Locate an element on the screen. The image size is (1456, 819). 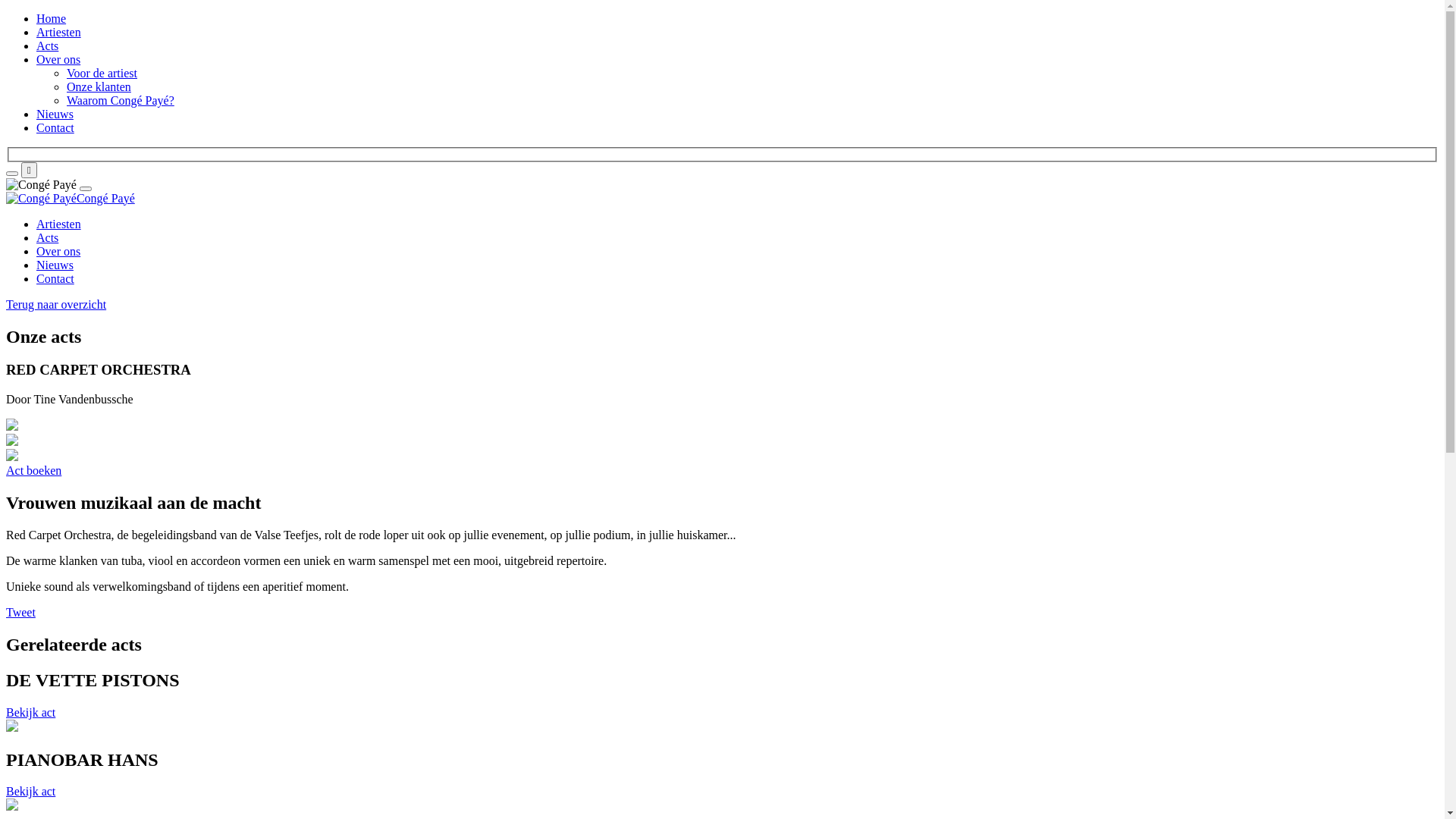
'Over ons' is located at coordinates (58, 250).